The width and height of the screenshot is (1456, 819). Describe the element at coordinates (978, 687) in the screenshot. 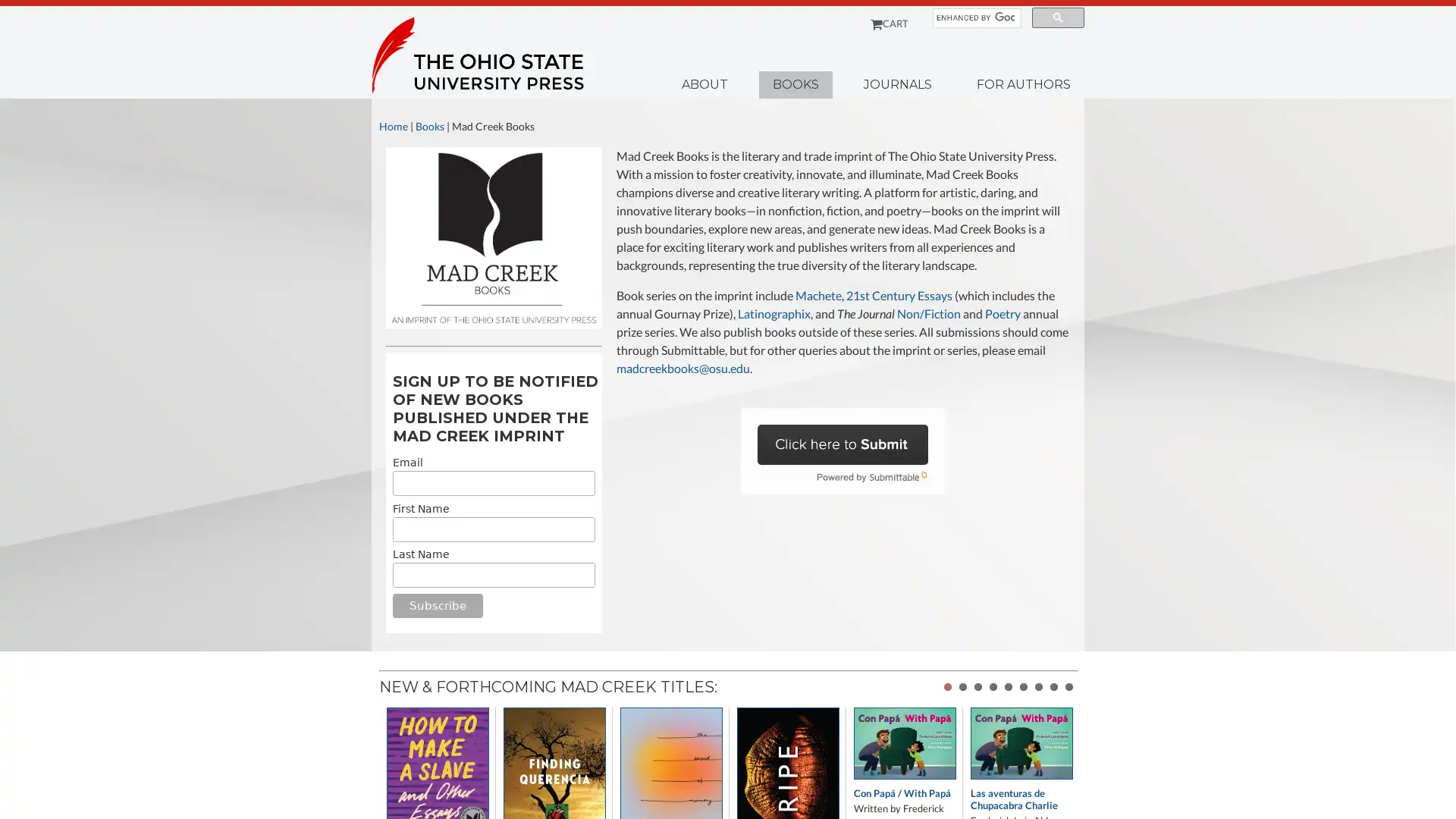

I see `3` at that location.